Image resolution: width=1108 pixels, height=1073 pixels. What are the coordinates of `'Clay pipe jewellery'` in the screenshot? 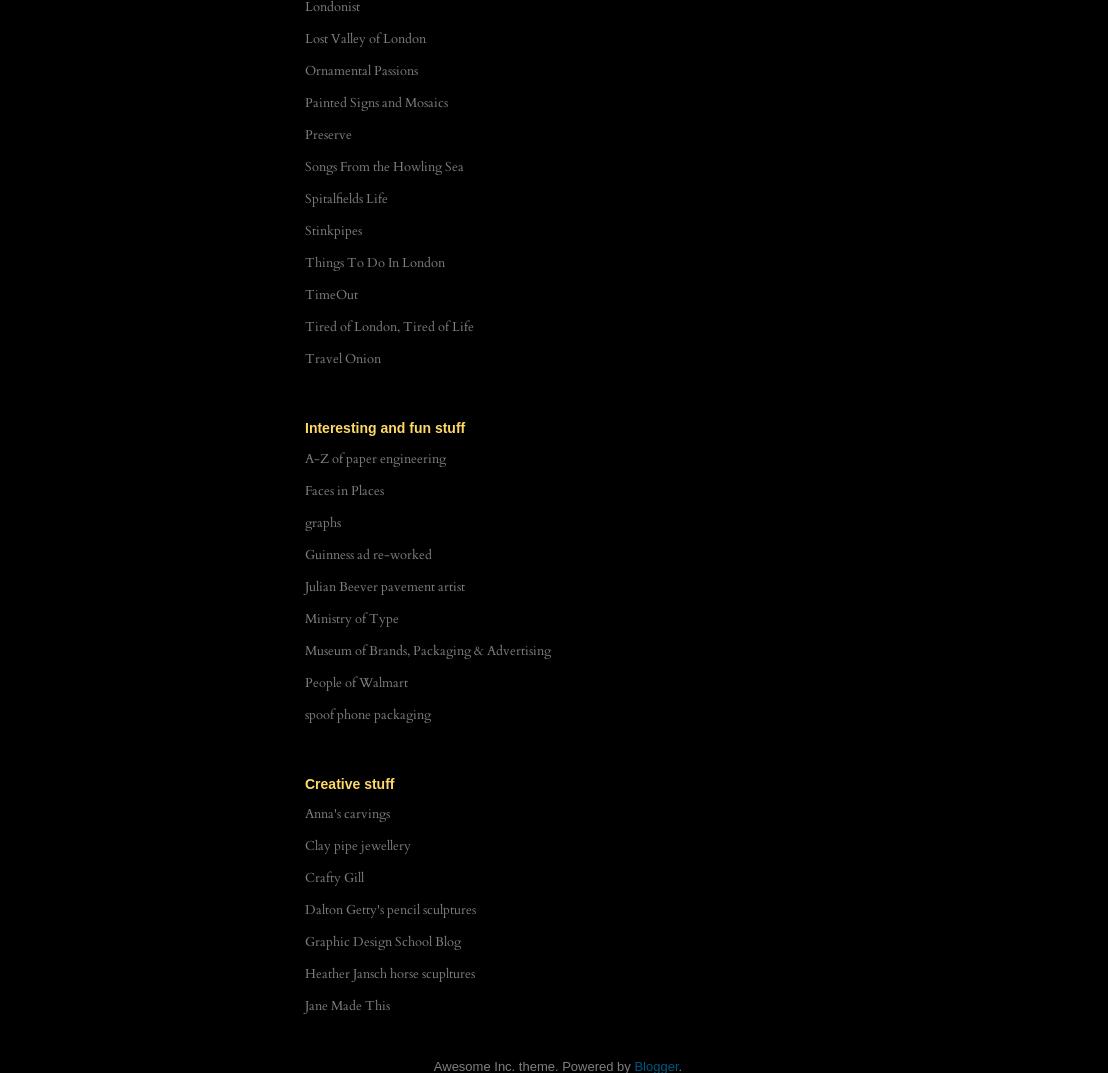 It's located at (356, 844).